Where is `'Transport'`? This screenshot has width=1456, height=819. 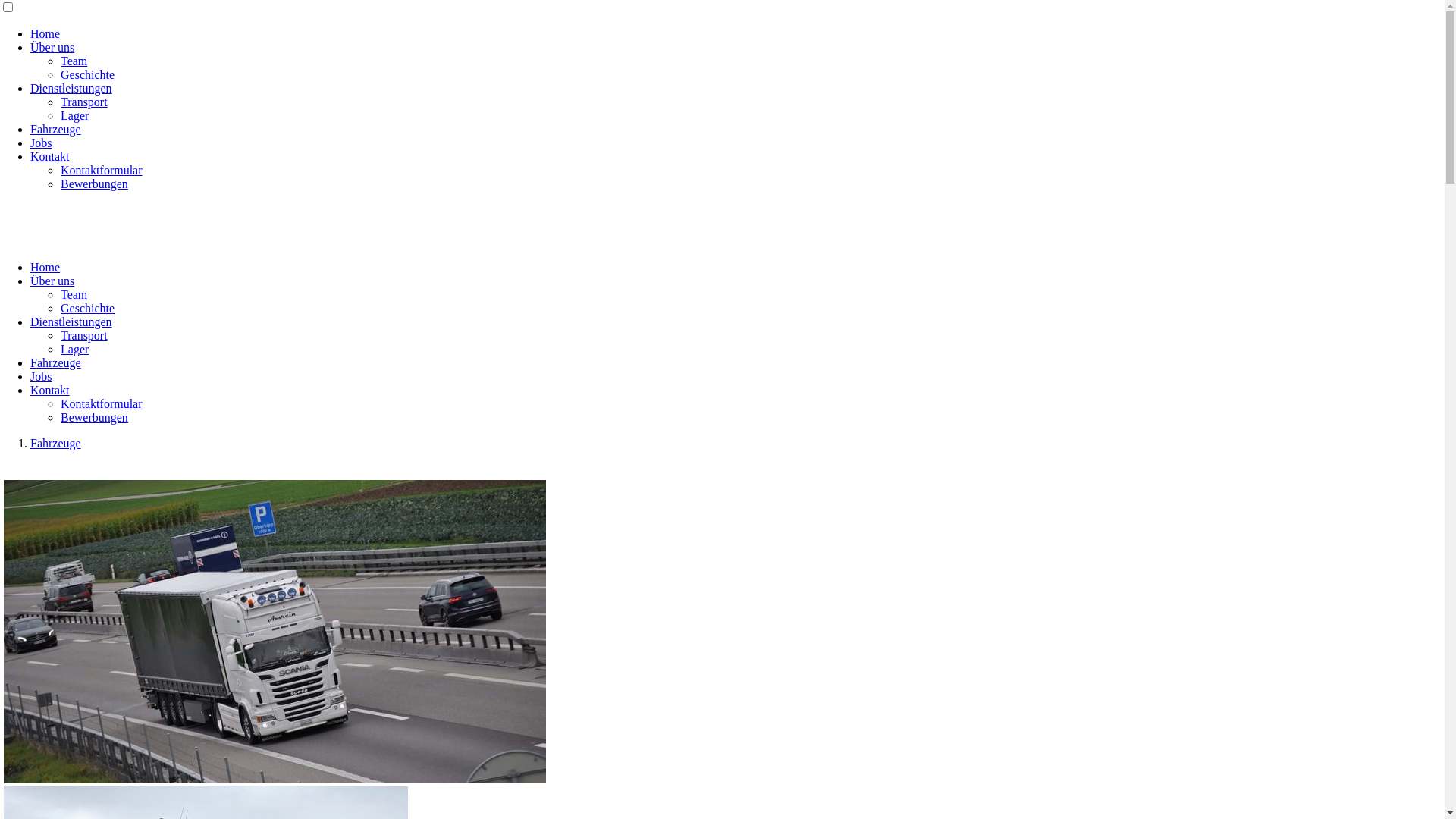 'Transport' is located at coordinates (61, 334).